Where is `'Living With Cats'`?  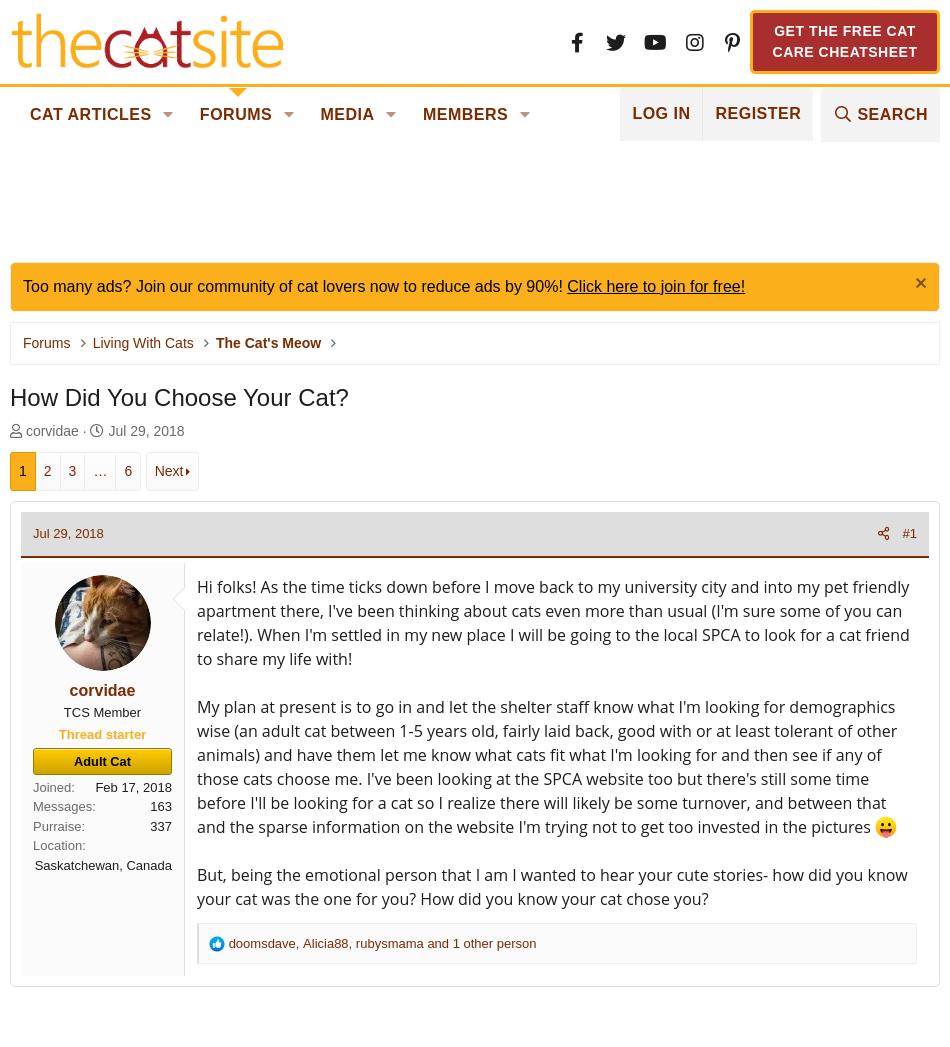 'Living With Cats' is located at coordinates (142, 342).